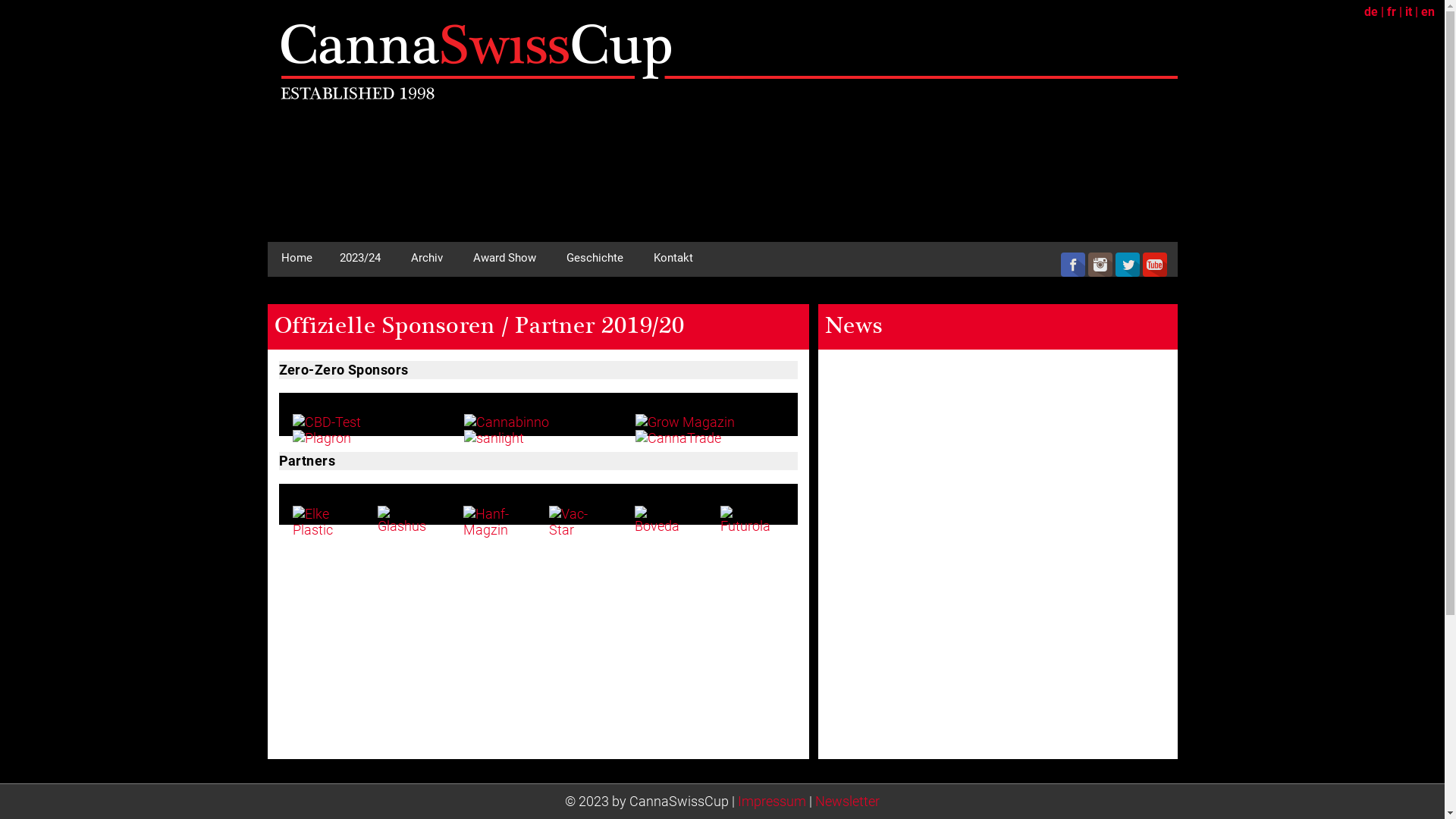  What do you see at coordinates (326, 422) in the screenshot?
I see `'CBD-Test'` at bounding box center [326, 422].